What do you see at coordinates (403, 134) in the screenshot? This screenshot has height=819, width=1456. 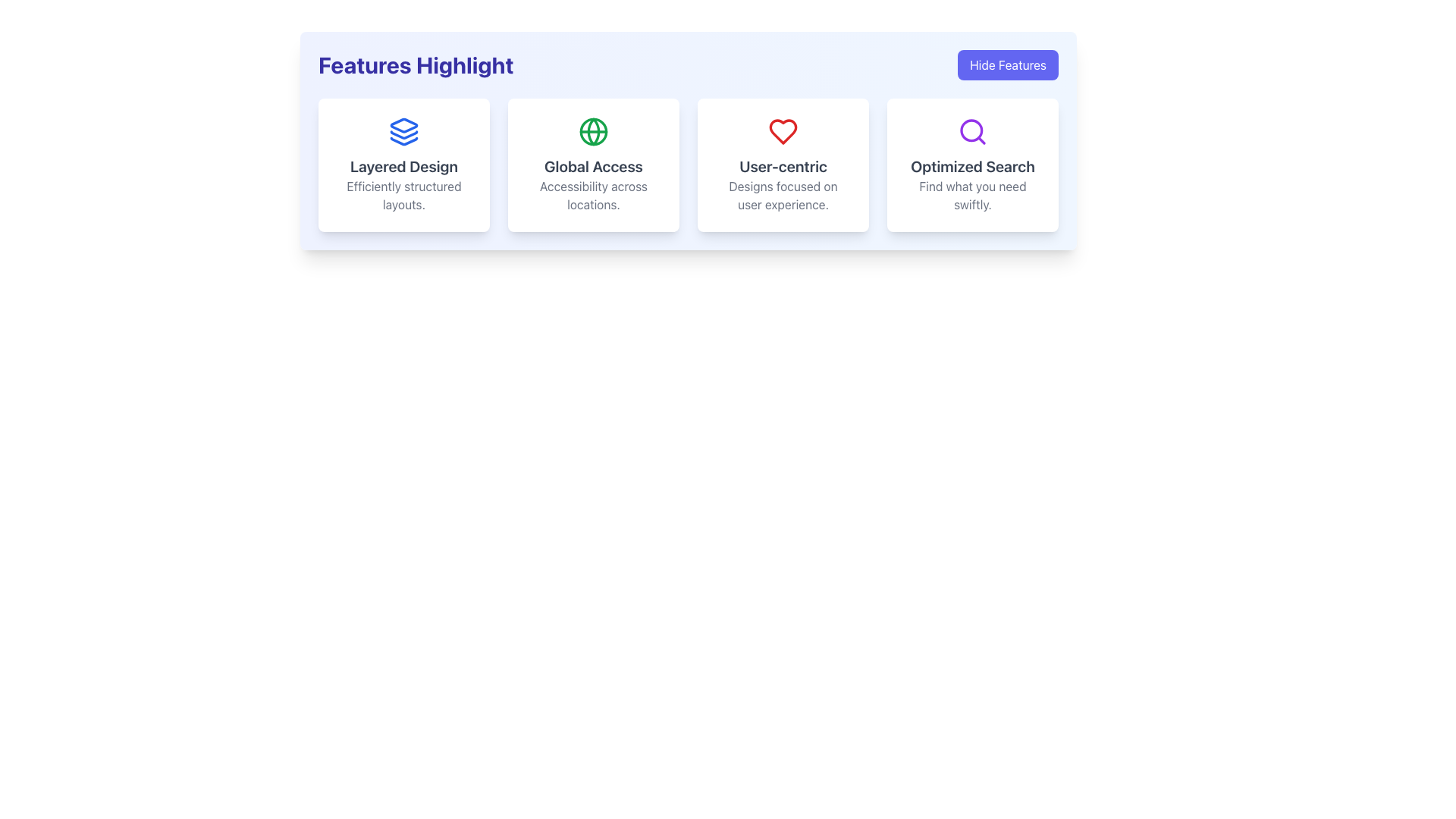 I see `the layered design feature icon located in the first card of the 'Features Highlight' section, which is the middle of three blue shapes` at bounding box center [403, 134].